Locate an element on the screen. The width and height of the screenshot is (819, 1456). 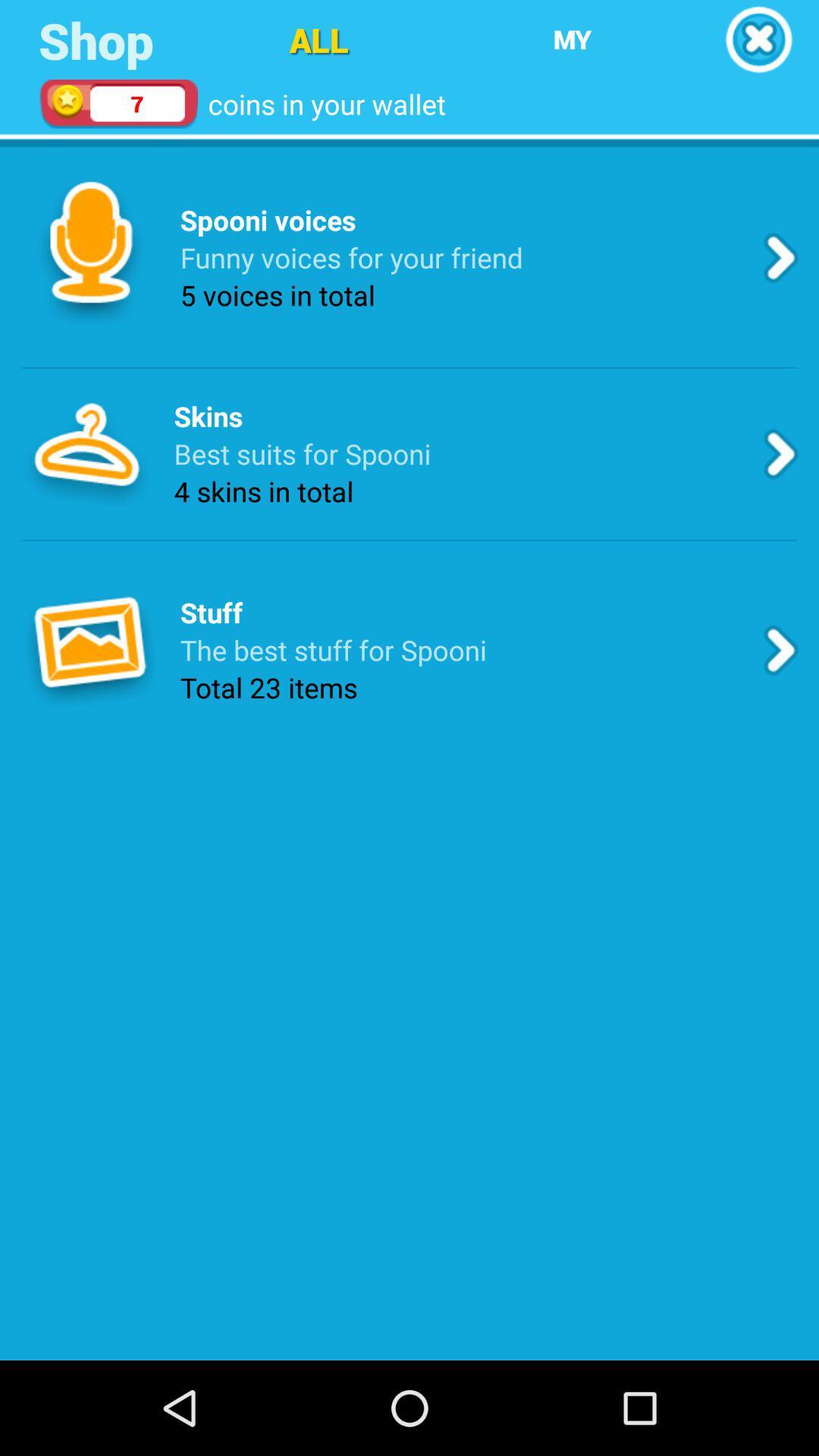
tab is located at coordinates (758, 39).